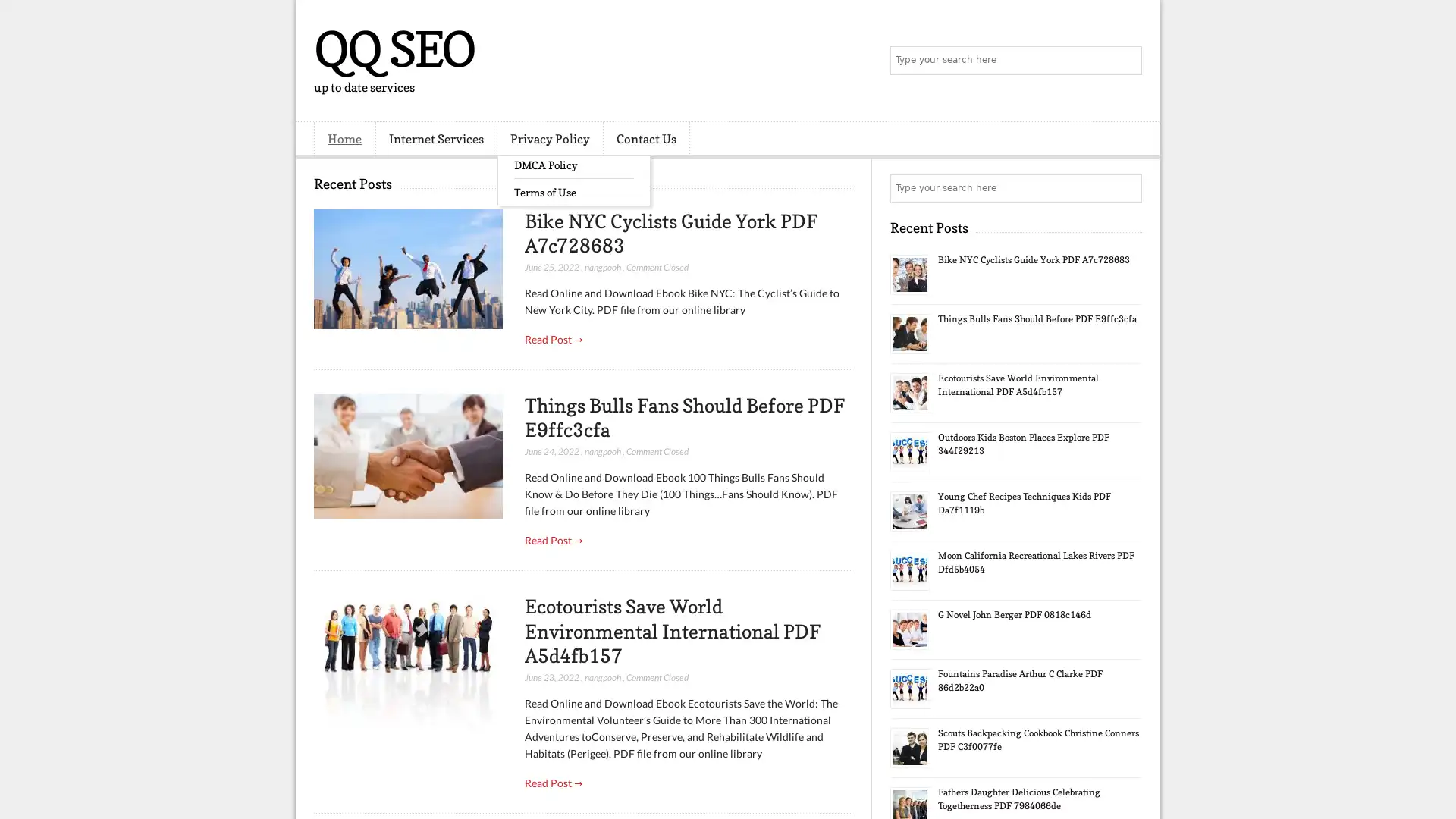  What do you see at coordinates (1126, 188) in the screenshot?
I see `Search` at bounding box center [1126, 188].